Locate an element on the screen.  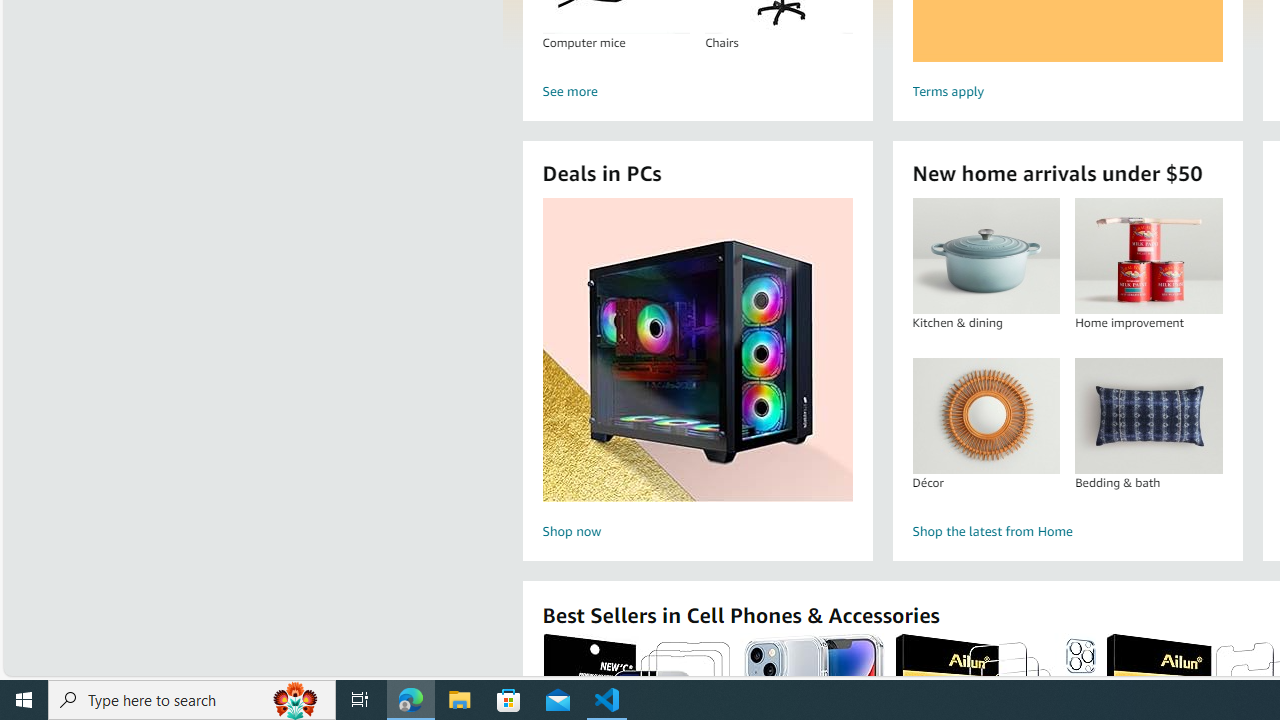
'Kitchen & dining' is located at coordinates (986, 255).